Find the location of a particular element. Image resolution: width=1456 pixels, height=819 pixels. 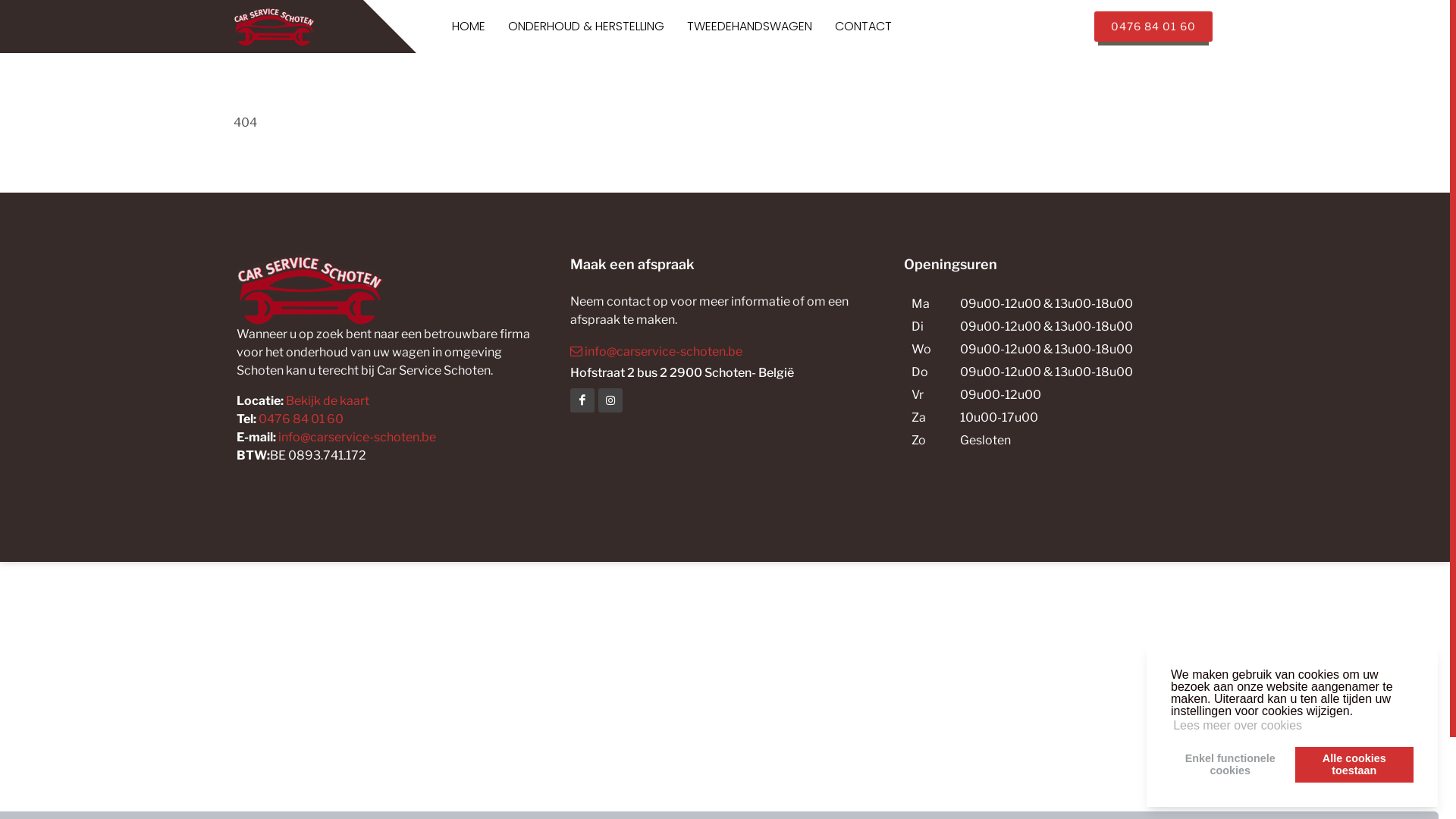

'CONTACT' is located at coordinates (863, 26).